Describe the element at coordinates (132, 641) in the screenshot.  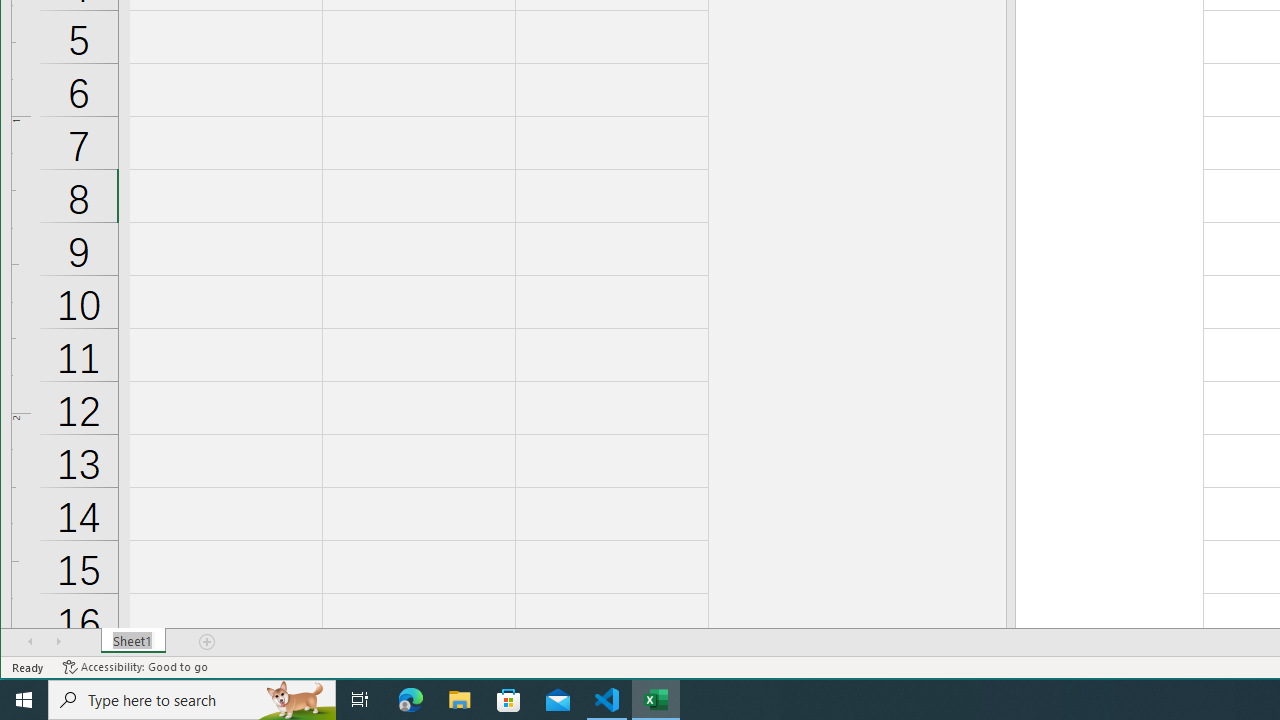
I see `'Sheet Tab'` at that location.